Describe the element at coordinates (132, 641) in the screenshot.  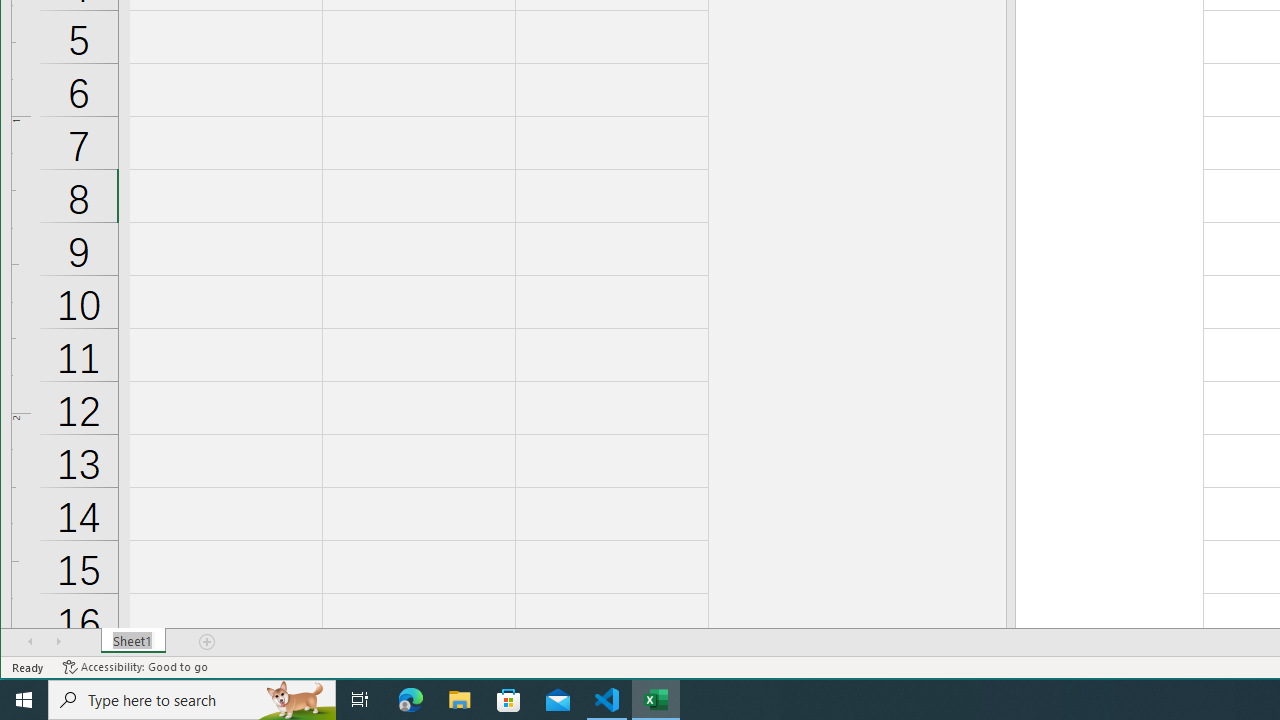
I see `'Sheet Tab'` at that location.